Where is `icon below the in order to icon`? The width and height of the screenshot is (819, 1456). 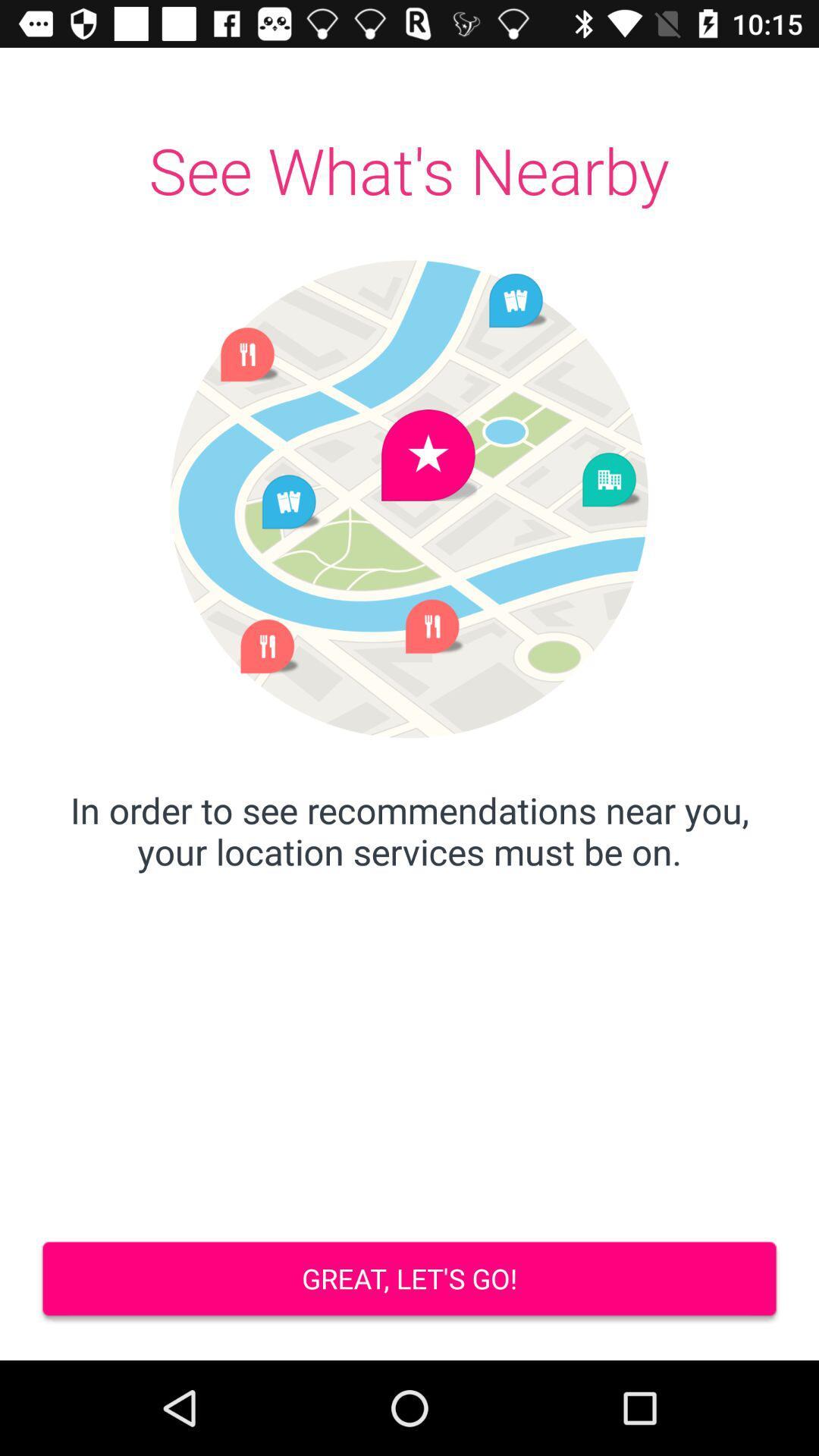 icon below the in order to icon is located at coordinates (409, 1280).